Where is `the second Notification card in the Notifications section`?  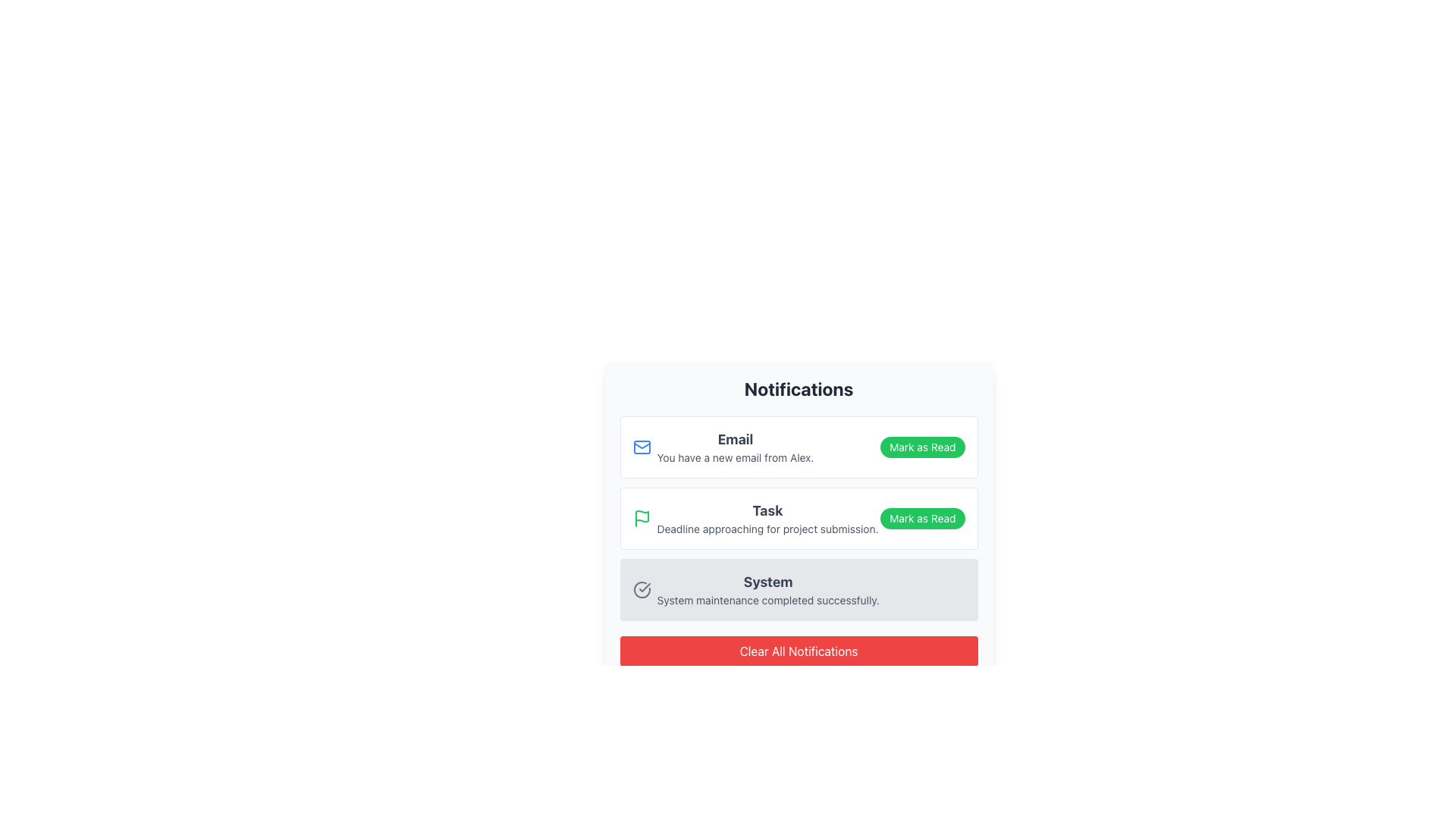
the second Notification card in the Notifications section is located at coordinates (798, 520).